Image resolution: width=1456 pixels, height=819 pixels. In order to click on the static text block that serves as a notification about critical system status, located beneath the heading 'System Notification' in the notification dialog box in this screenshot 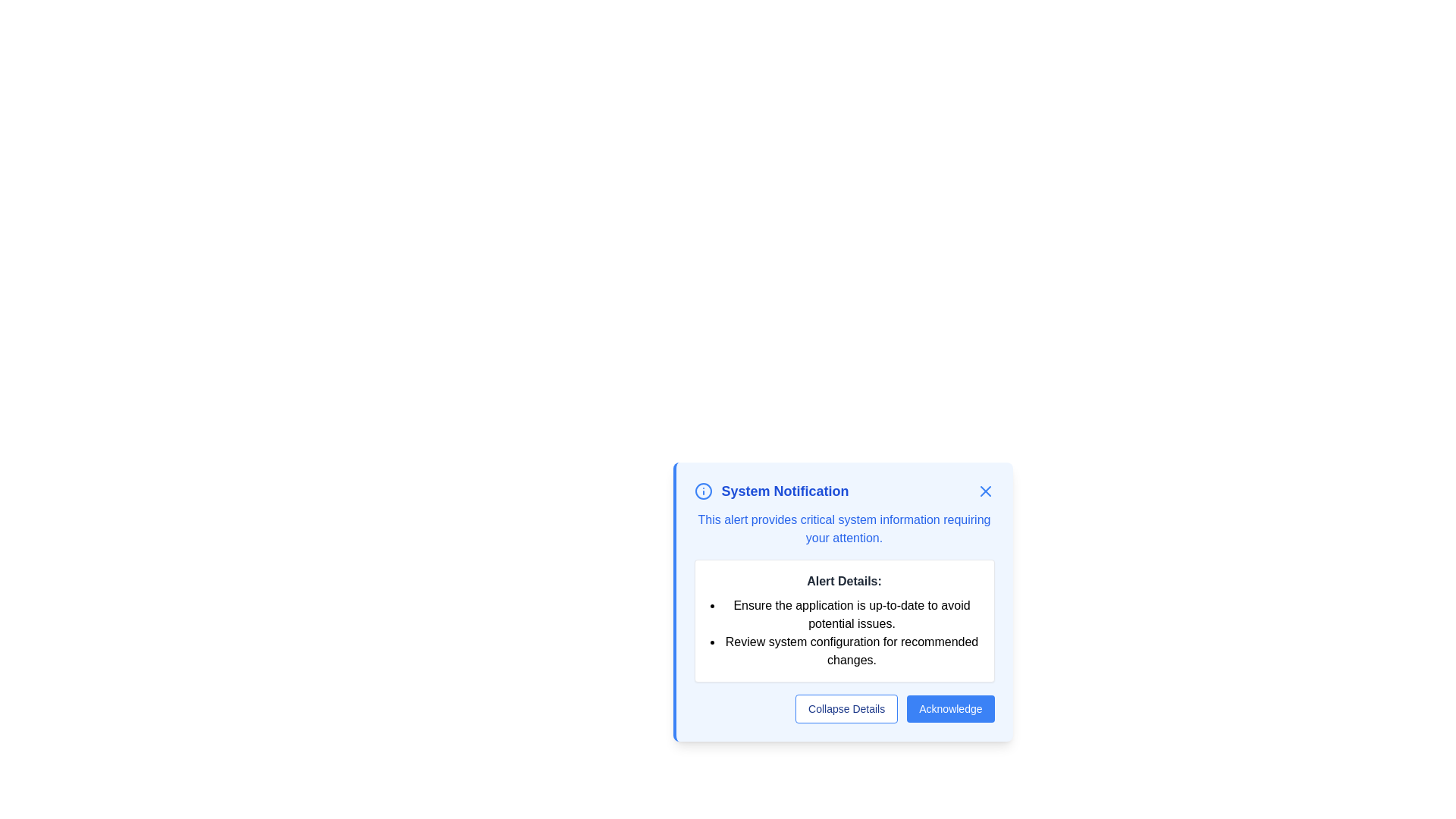, I will do `click(843, 529)`.